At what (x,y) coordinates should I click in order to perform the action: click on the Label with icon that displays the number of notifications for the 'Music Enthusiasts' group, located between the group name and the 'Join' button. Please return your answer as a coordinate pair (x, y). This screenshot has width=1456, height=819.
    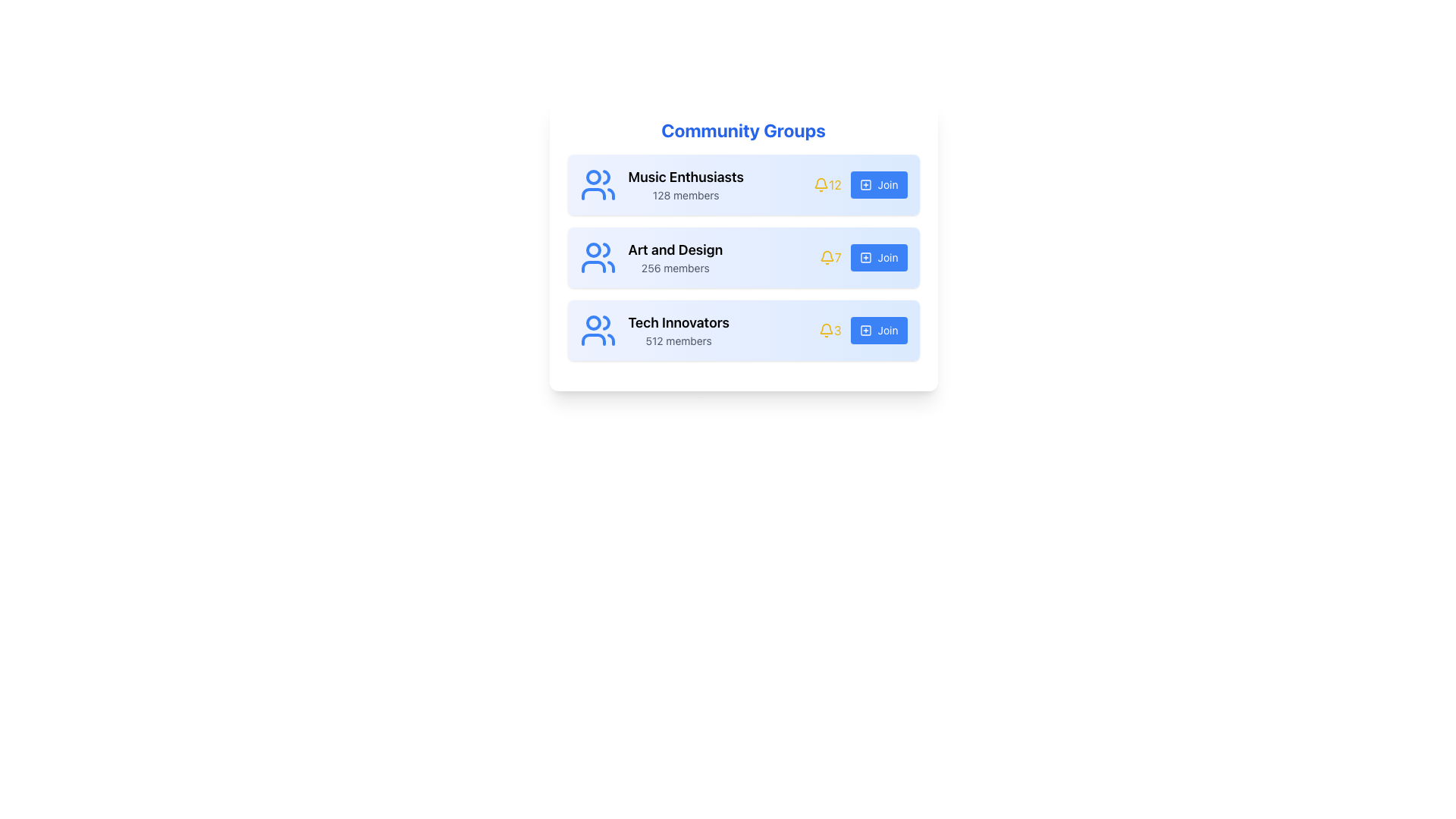
    Looking at the image, I should click on (827, 184).